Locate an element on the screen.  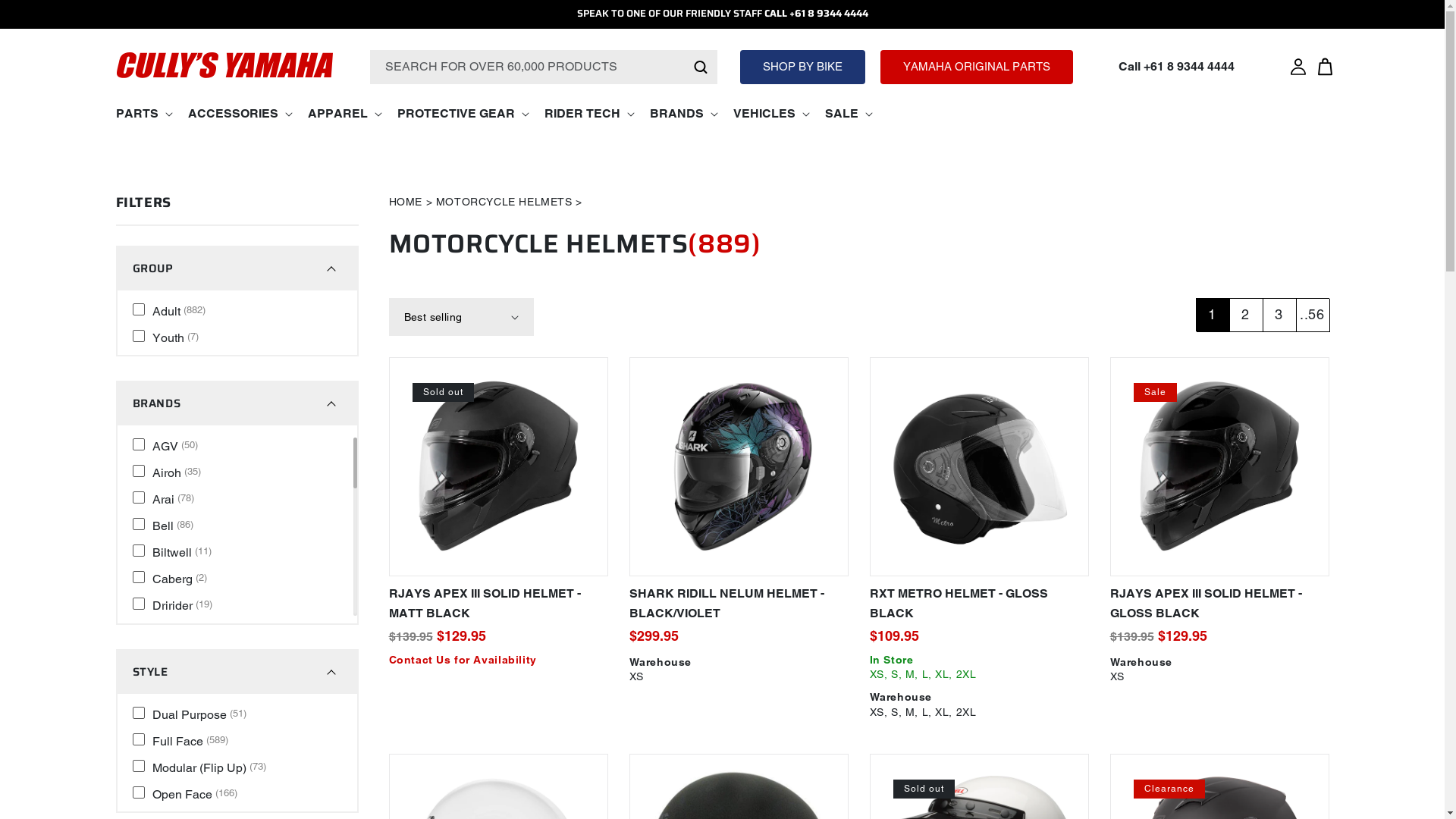
'1' is located at coordinates (1194, 314).